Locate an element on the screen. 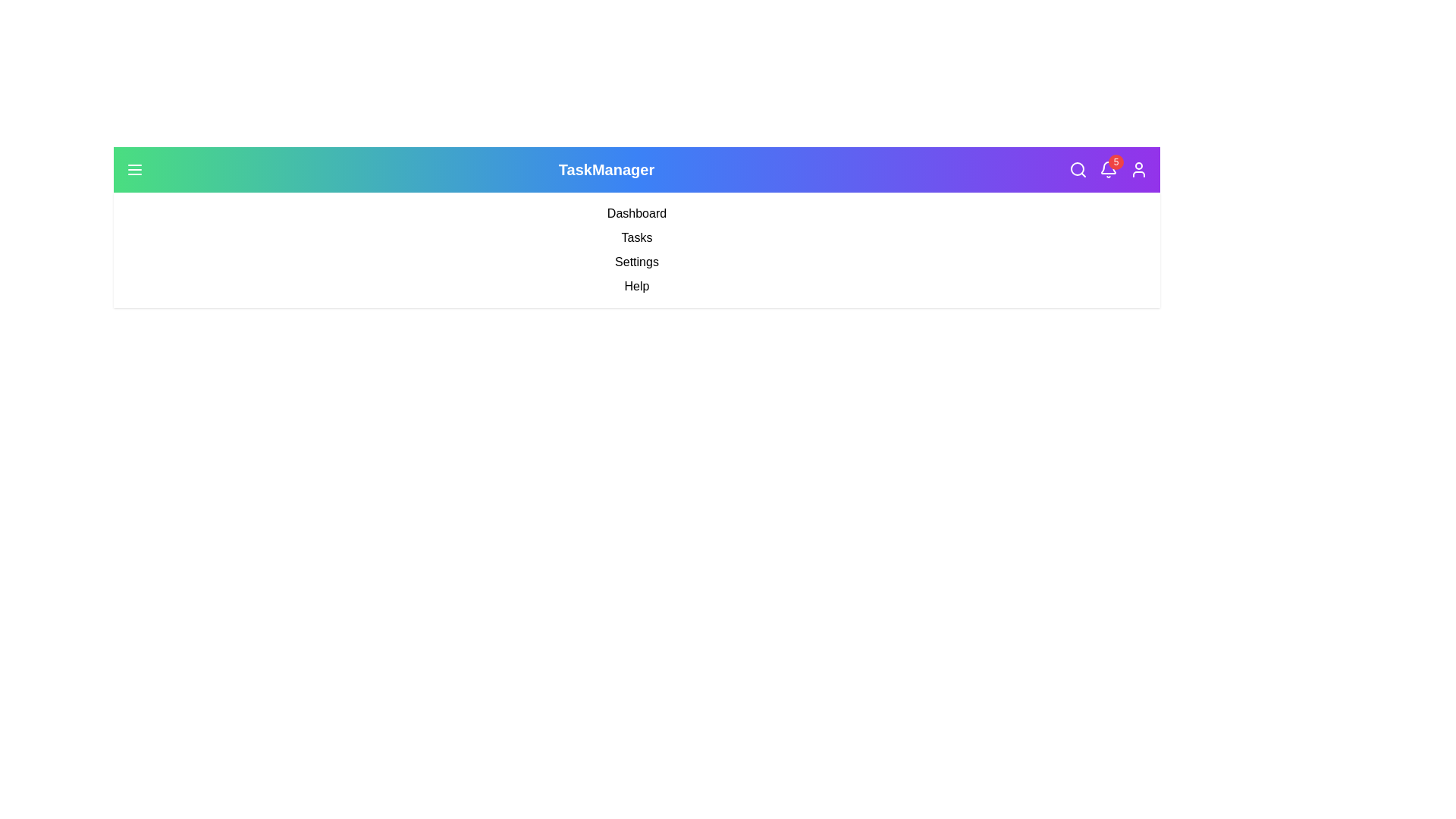 This screenshot has width=1456, height=819. the user profile icon, which features a circular head and semi-circular torso in white against a vivid purple background, located at the far right of the navigation bar is located at coordinates (1139, 169).